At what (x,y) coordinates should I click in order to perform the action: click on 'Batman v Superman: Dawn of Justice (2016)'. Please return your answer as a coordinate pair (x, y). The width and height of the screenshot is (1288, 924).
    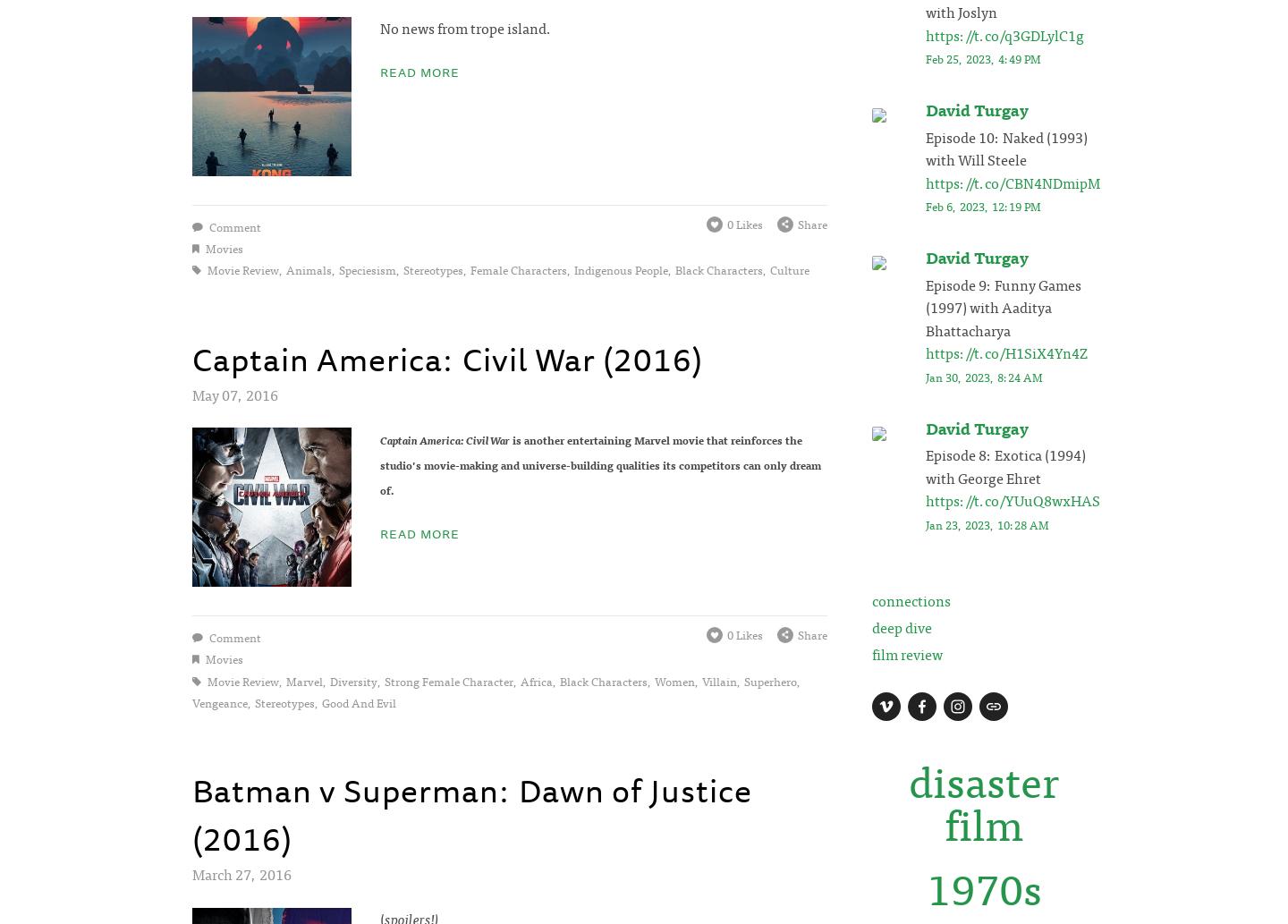
    Looking at the image, I should click on (471, 813).